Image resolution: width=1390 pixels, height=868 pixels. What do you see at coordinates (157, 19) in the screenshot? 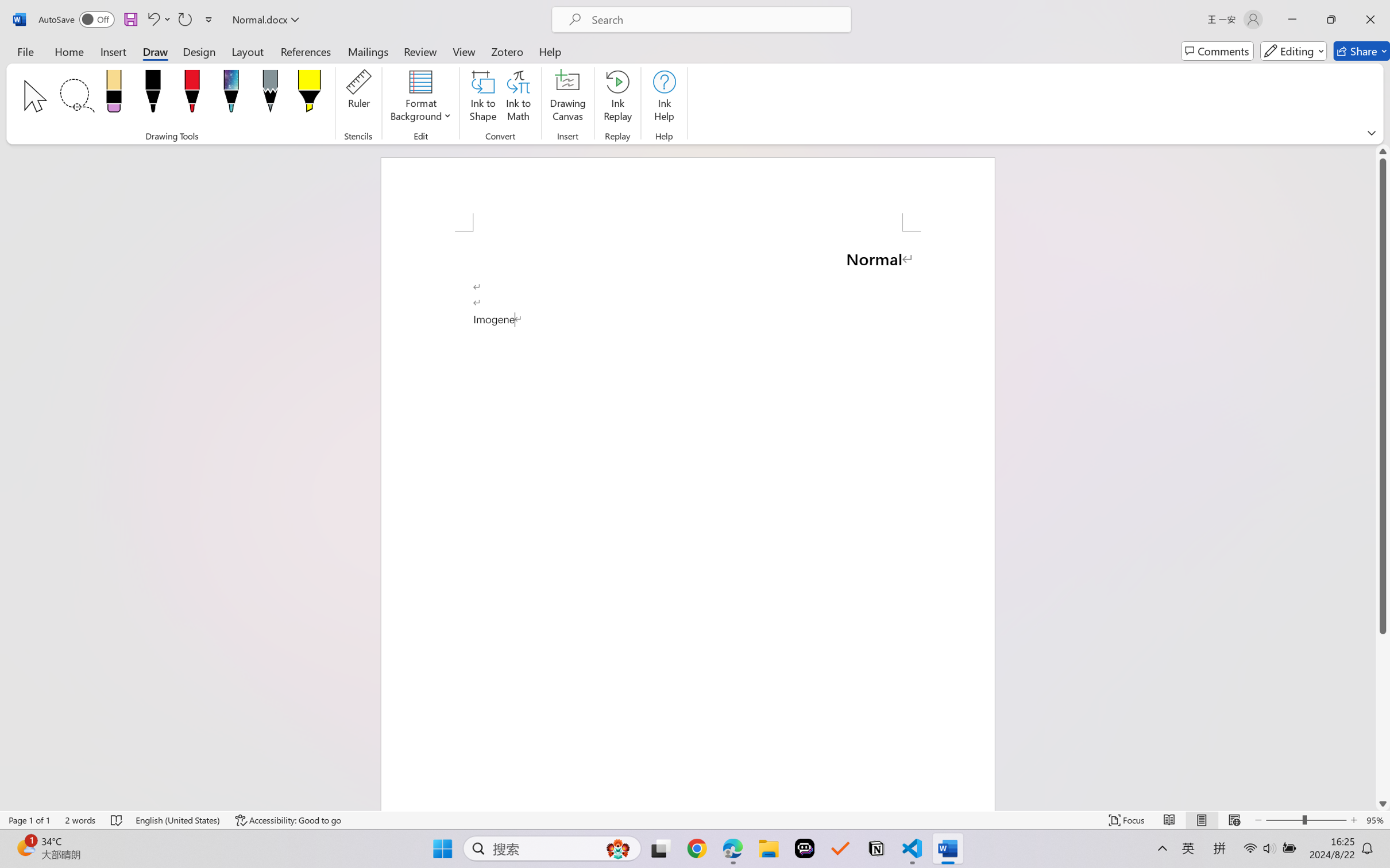
I see `'Undo Paragraph Formatting'` at bounding box center [157, 19].